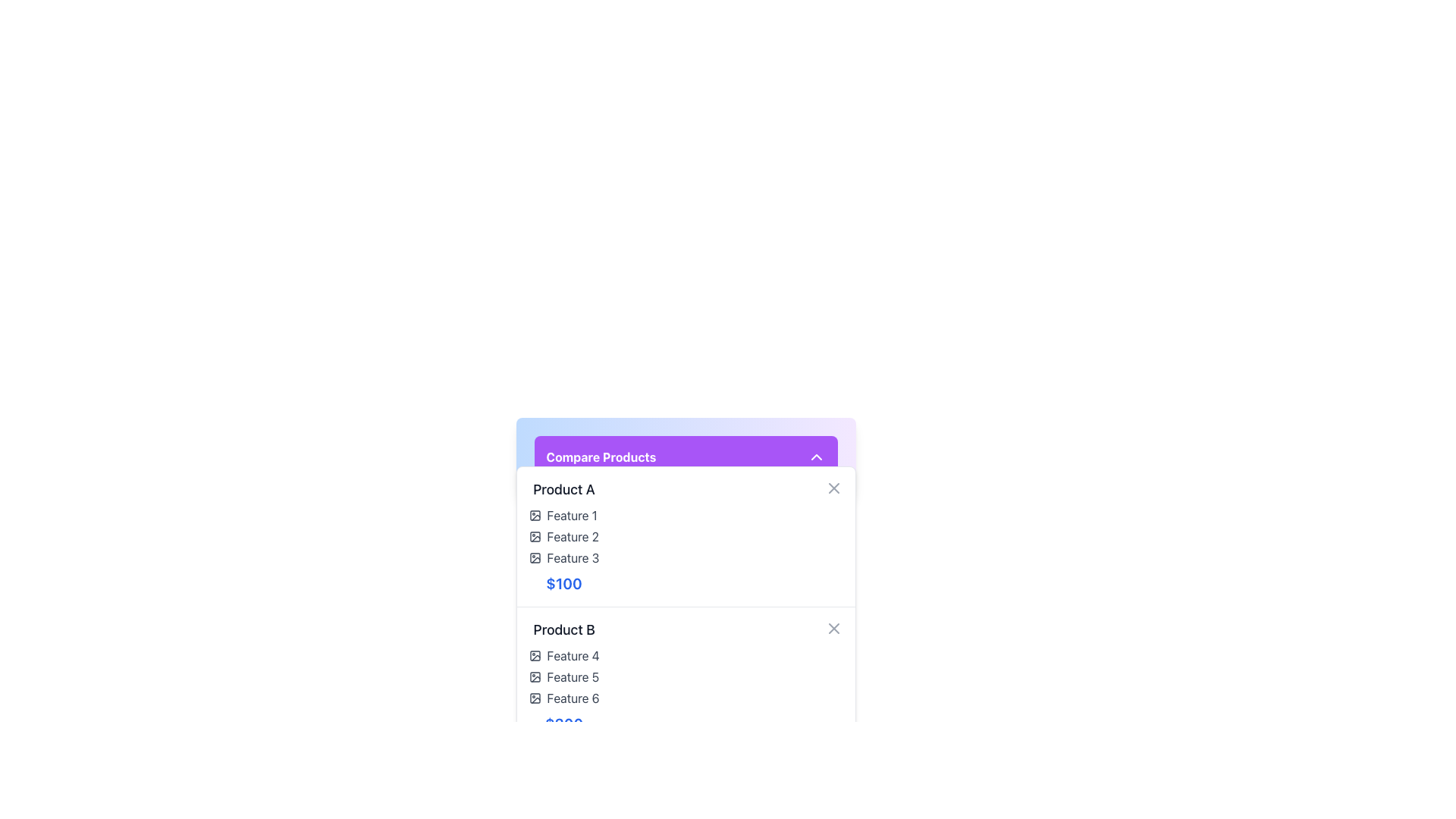 The width and height of the screenshot is (1456, 819). What do you see at coordinates (535, 698) in the screenshot?
I see `the small icon resembling a picture frame with a circular figure and a diagonal line across it, located to the left of the 'Feature 6' text under 'Product B'` at bounding box center [535, 698].